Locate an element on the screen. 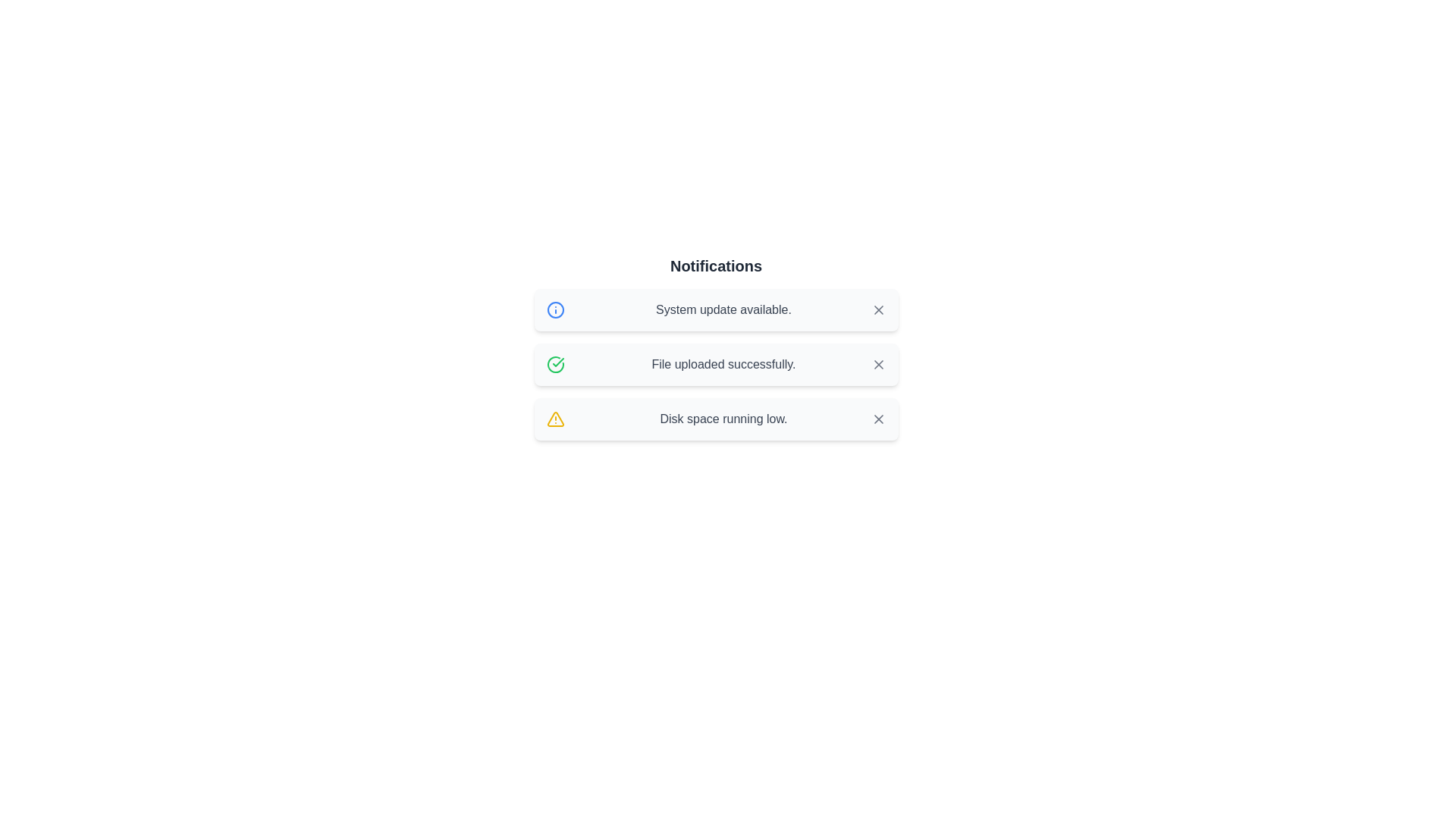  the topmost notification in the notifications list, which informs the user about an available system update is located at coordinates (715, 309).